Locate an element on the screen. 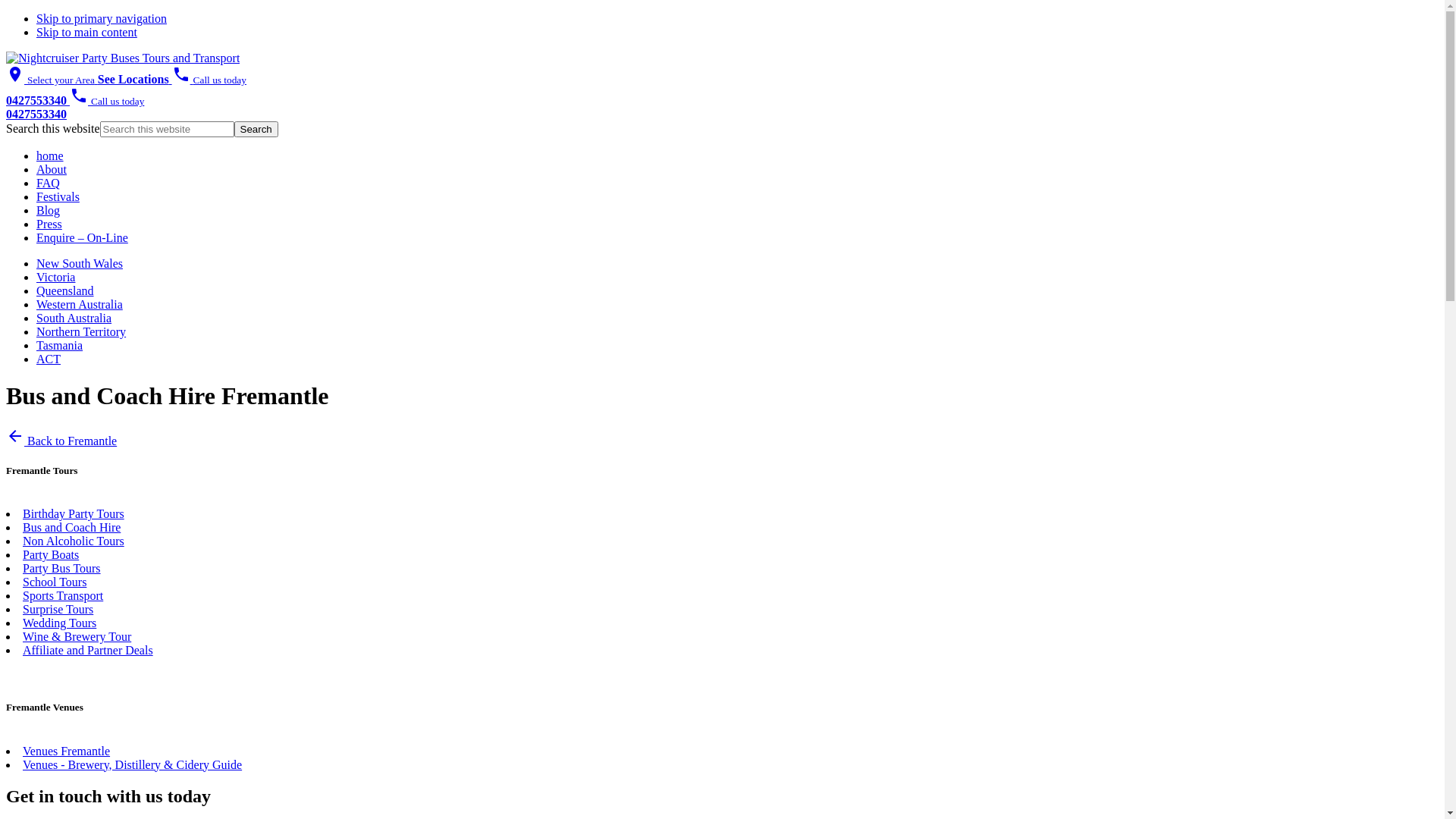 The height and width of the screenshot is (819, 1456). 'place Select your Area See Locations' is located at coordinates (88, 79).